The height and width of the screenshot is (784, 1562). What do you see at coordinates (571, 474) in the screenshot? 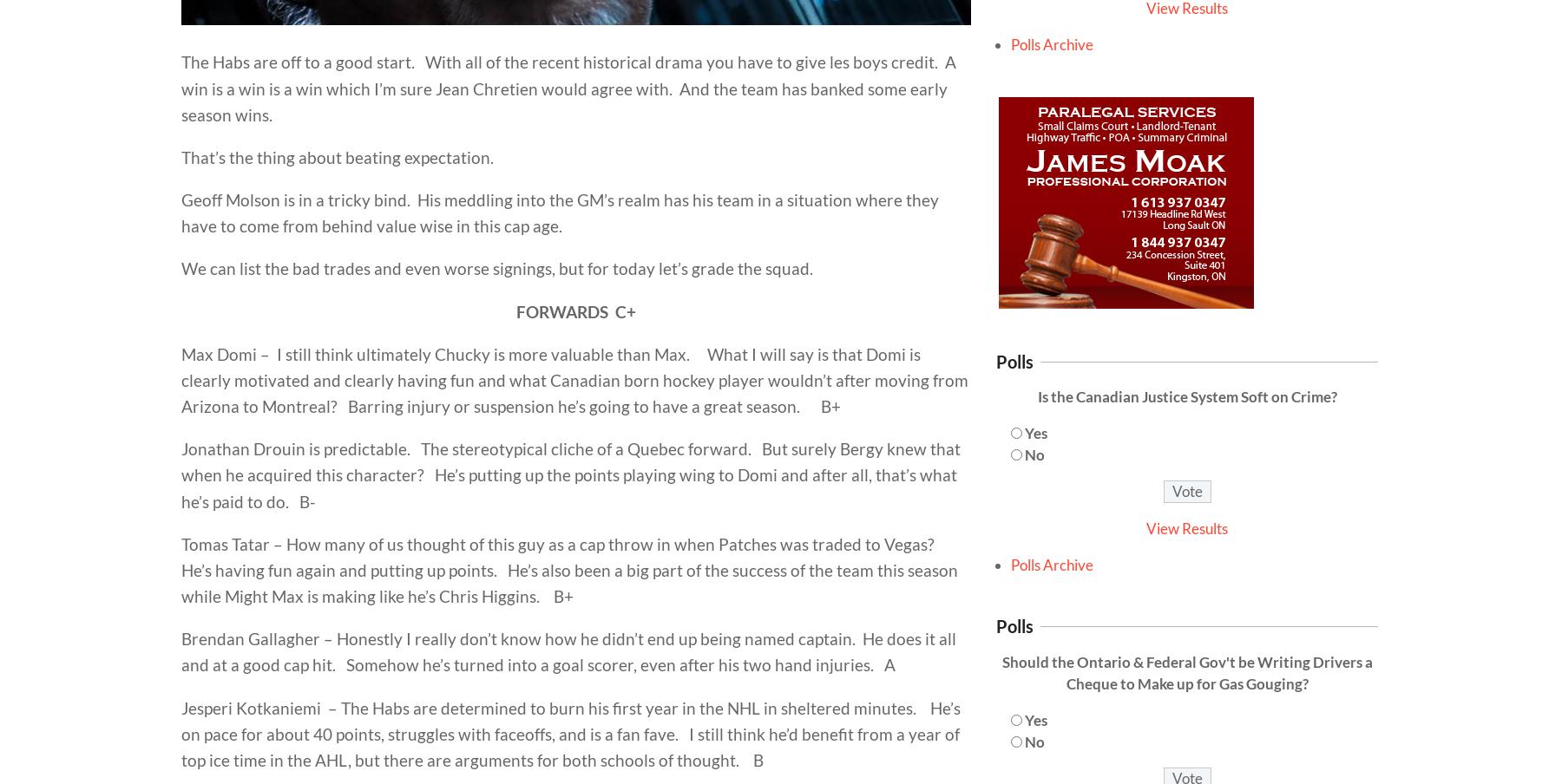
I see `'Jonathan Drouin is predictable.   The stereotypical cliche of a Quebec forward.   But surely Bergy knew that when he acquired this character?   He’s putting up the points playing wing to Domi and after all, that’s what he’s paid to do.   B-'` at bounding box center [571, 474].